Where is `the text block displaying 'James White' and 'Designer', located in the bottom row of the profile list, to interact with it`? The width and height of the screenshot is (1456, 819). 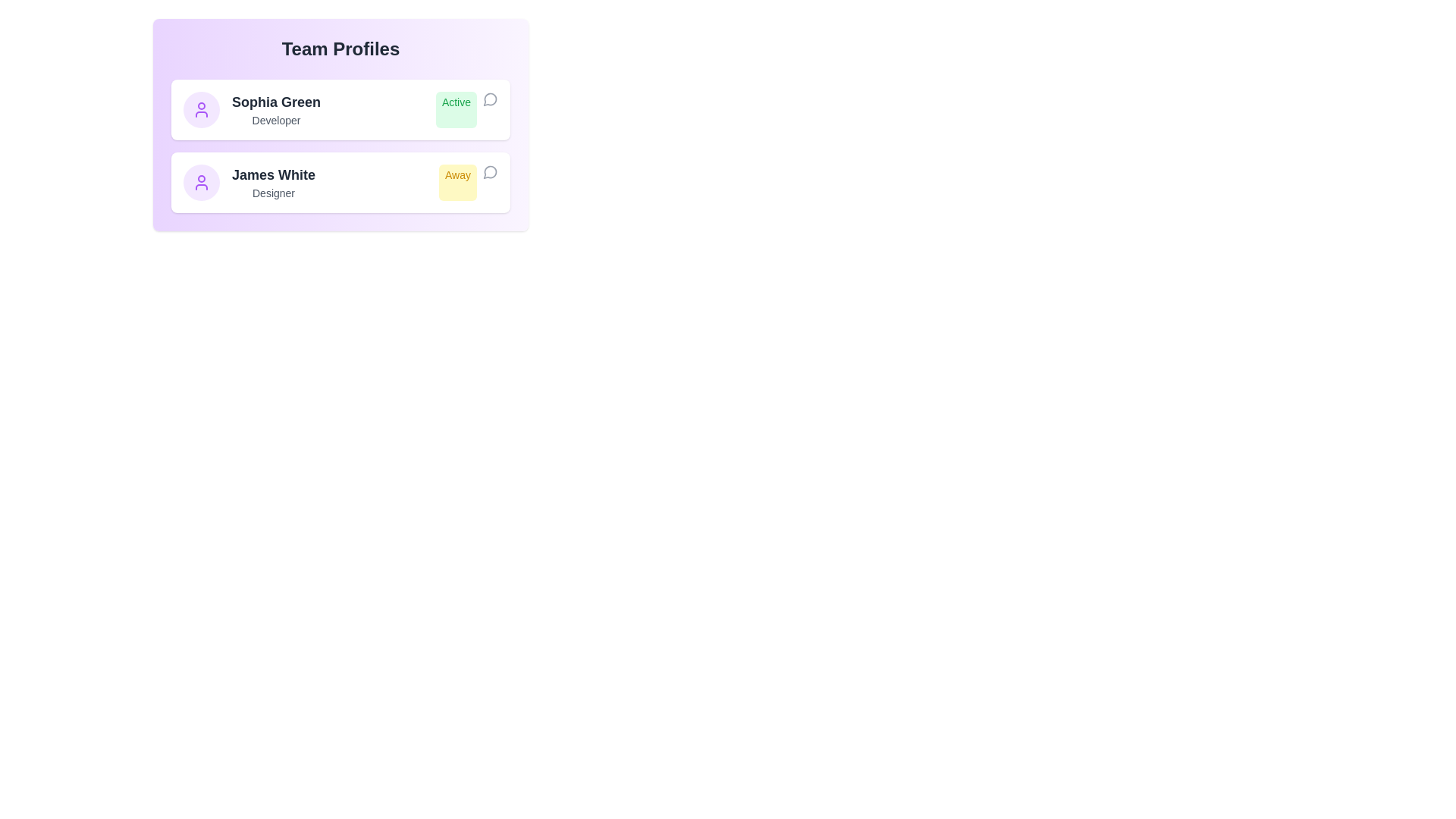 the text block displaying 'James White' and 'Designer', located in the bottom row of the profile list, to interact with it is located at coordinates (273, 181).